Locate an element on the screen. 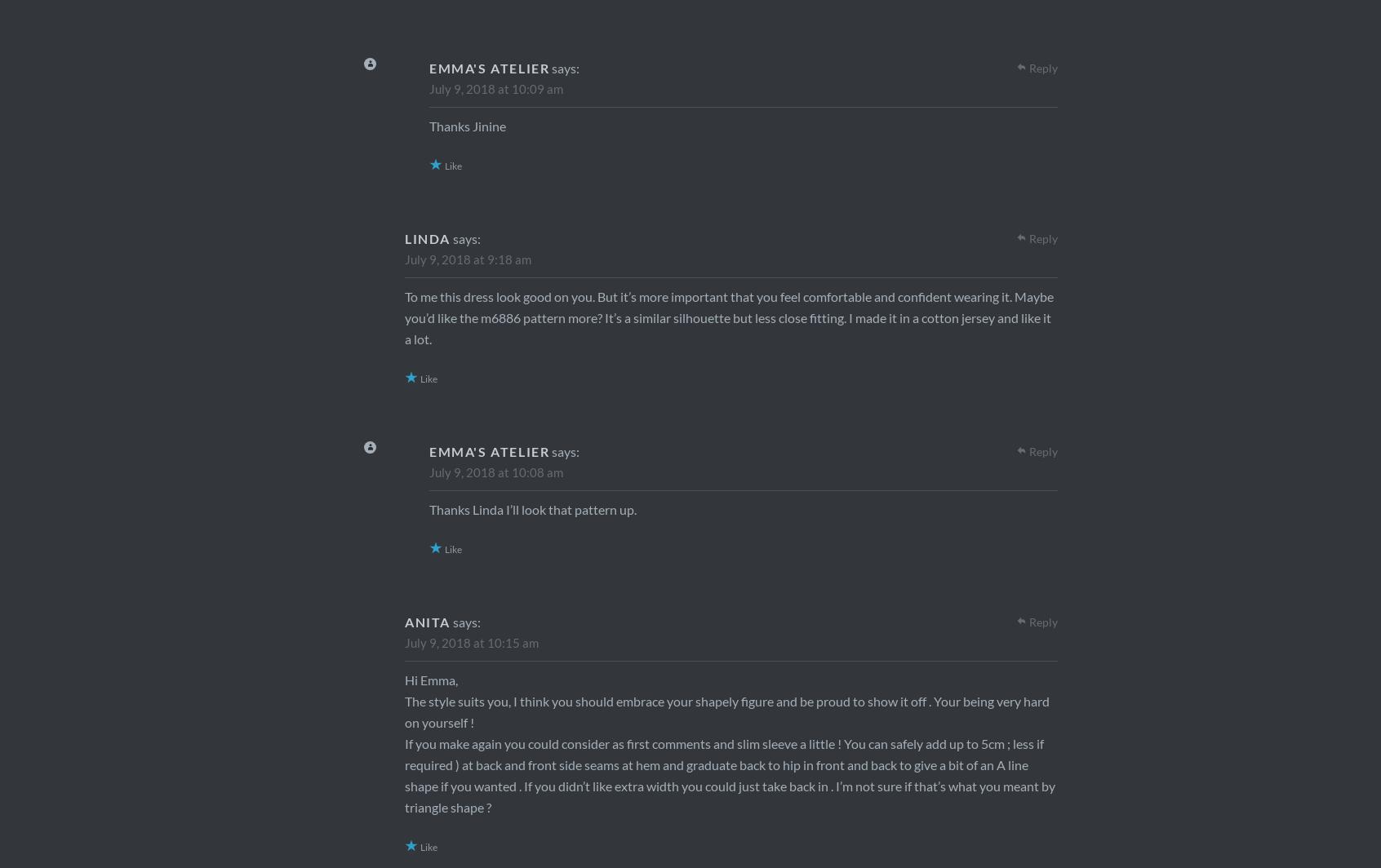 This screenshot has height=868, width=1381. 'July 9, 2018 at 10:09 am' is located at coordinates (495, 87).